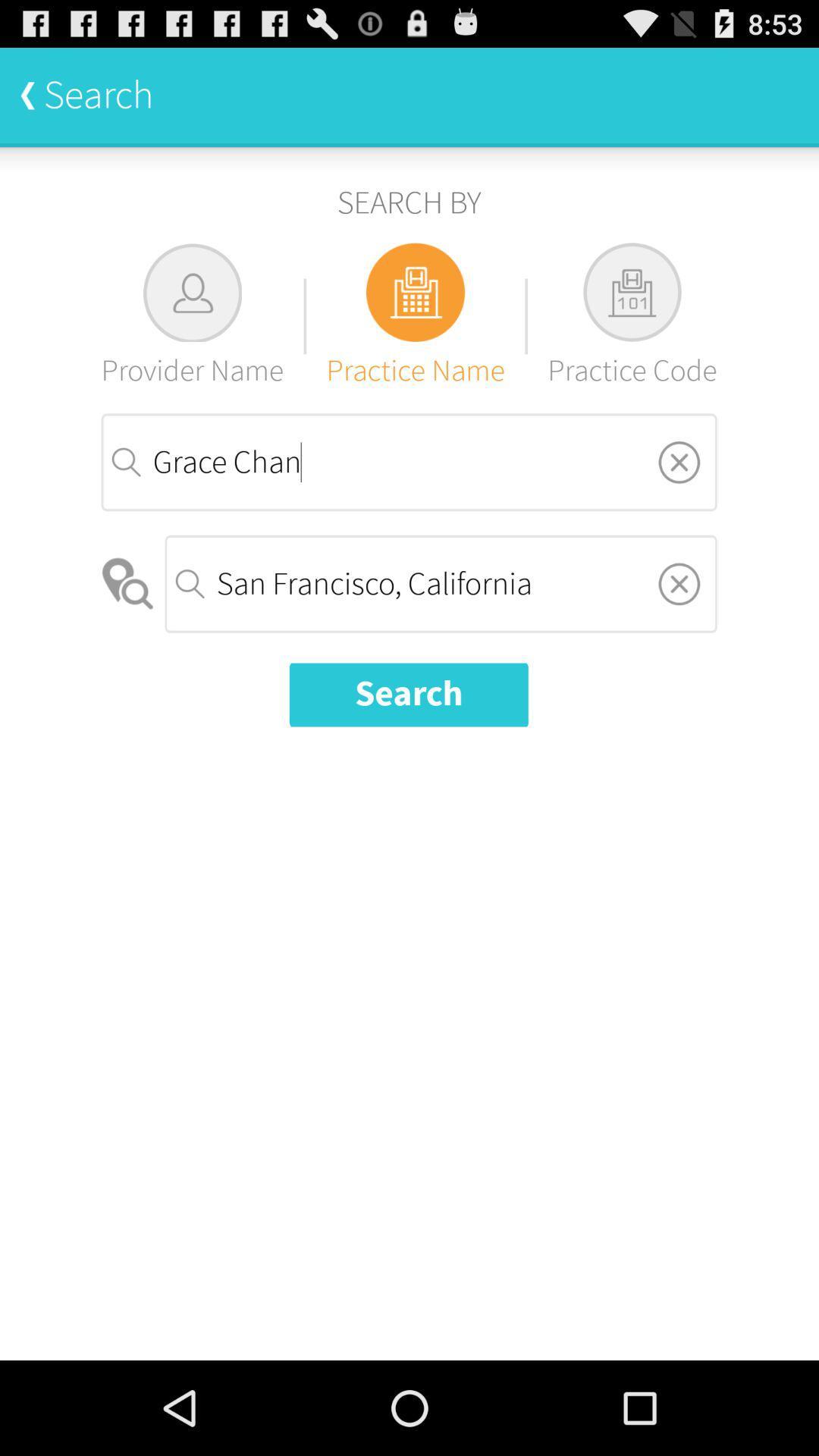 The height and width of the screenshot is (1456, 819). I want to click on practice name icon, so click(416, 315).